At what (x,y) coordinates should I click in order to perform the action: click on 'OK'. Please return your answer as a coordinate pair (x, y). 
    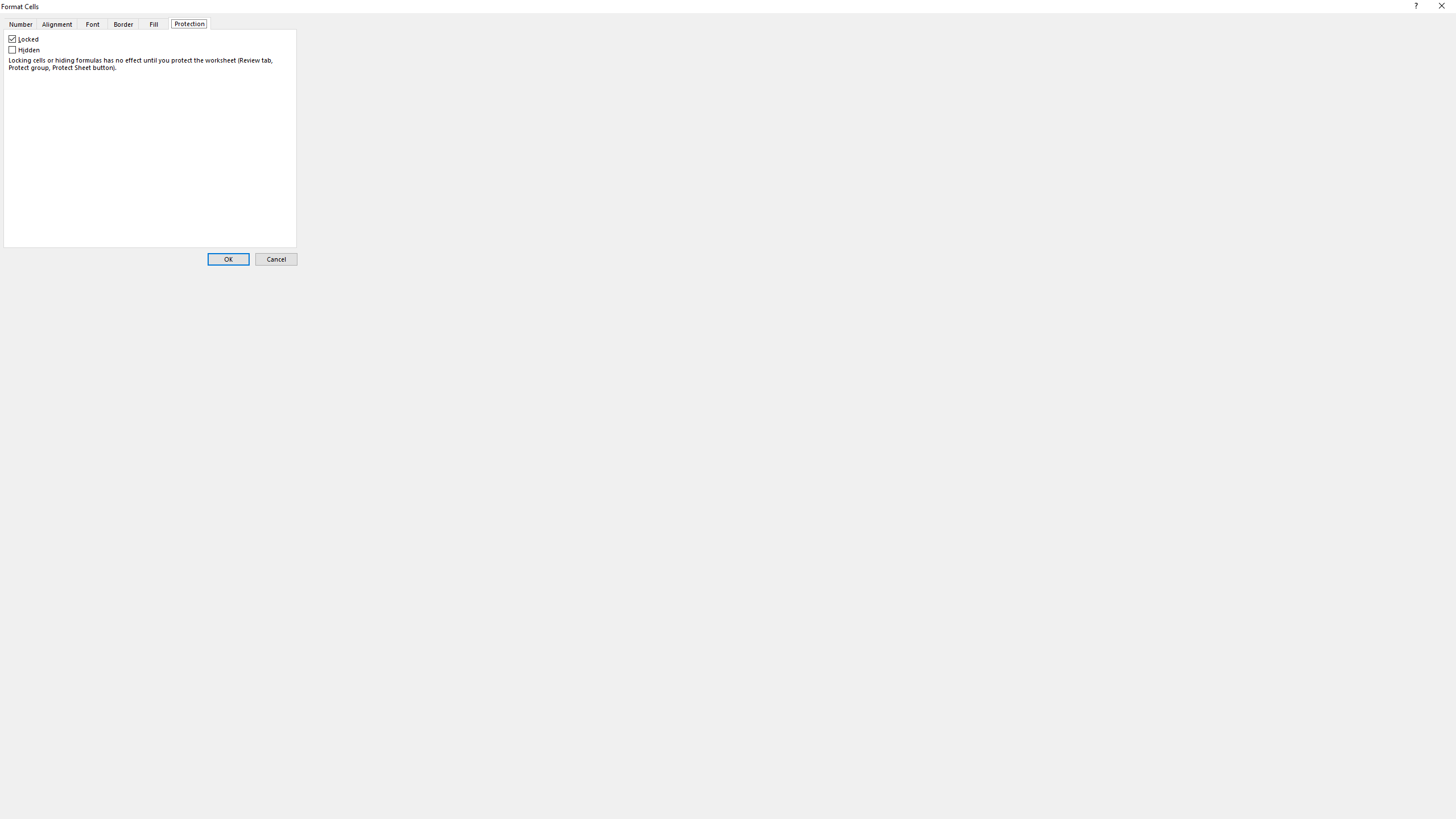
    Looking at the image, I should click on (227, 259).